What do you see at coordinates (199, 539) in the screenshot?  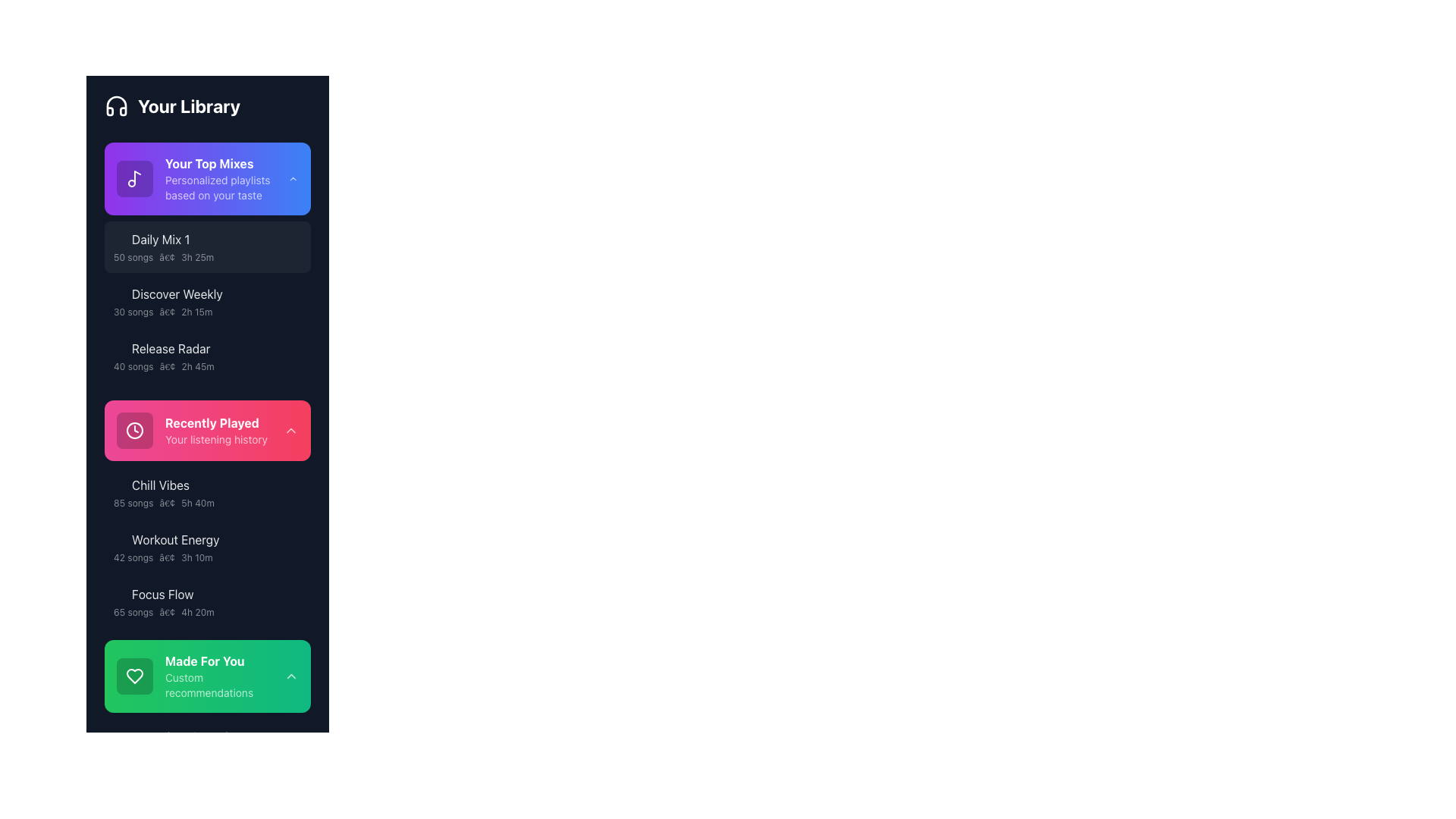 I see `the fifth text label` at bounding box center [199, 539].